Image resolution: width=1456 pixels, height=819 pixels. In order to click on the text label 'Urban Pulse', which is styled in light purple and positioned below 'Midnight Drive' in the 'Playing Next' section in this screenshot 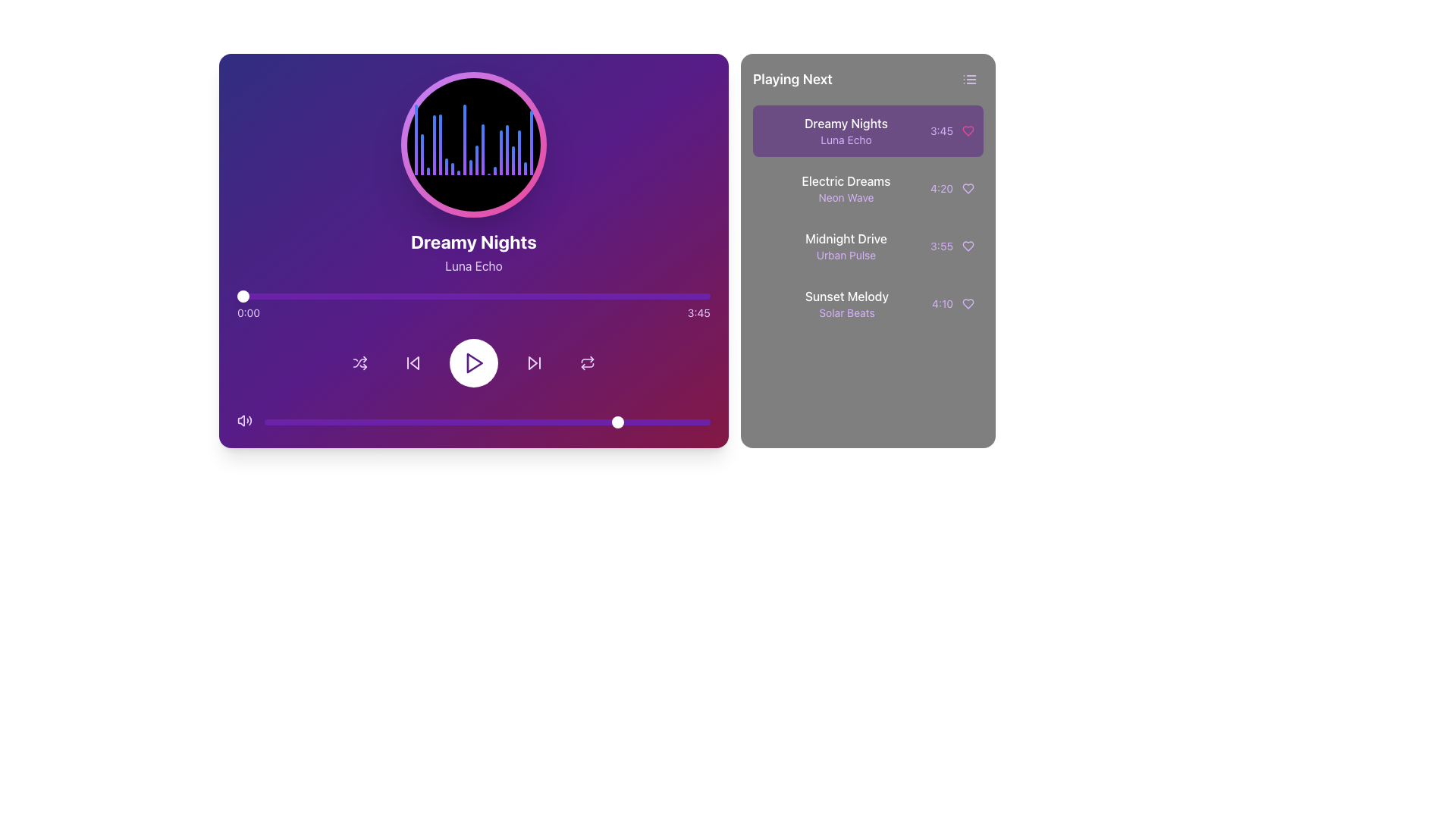, I will do `click(846, 254)`.